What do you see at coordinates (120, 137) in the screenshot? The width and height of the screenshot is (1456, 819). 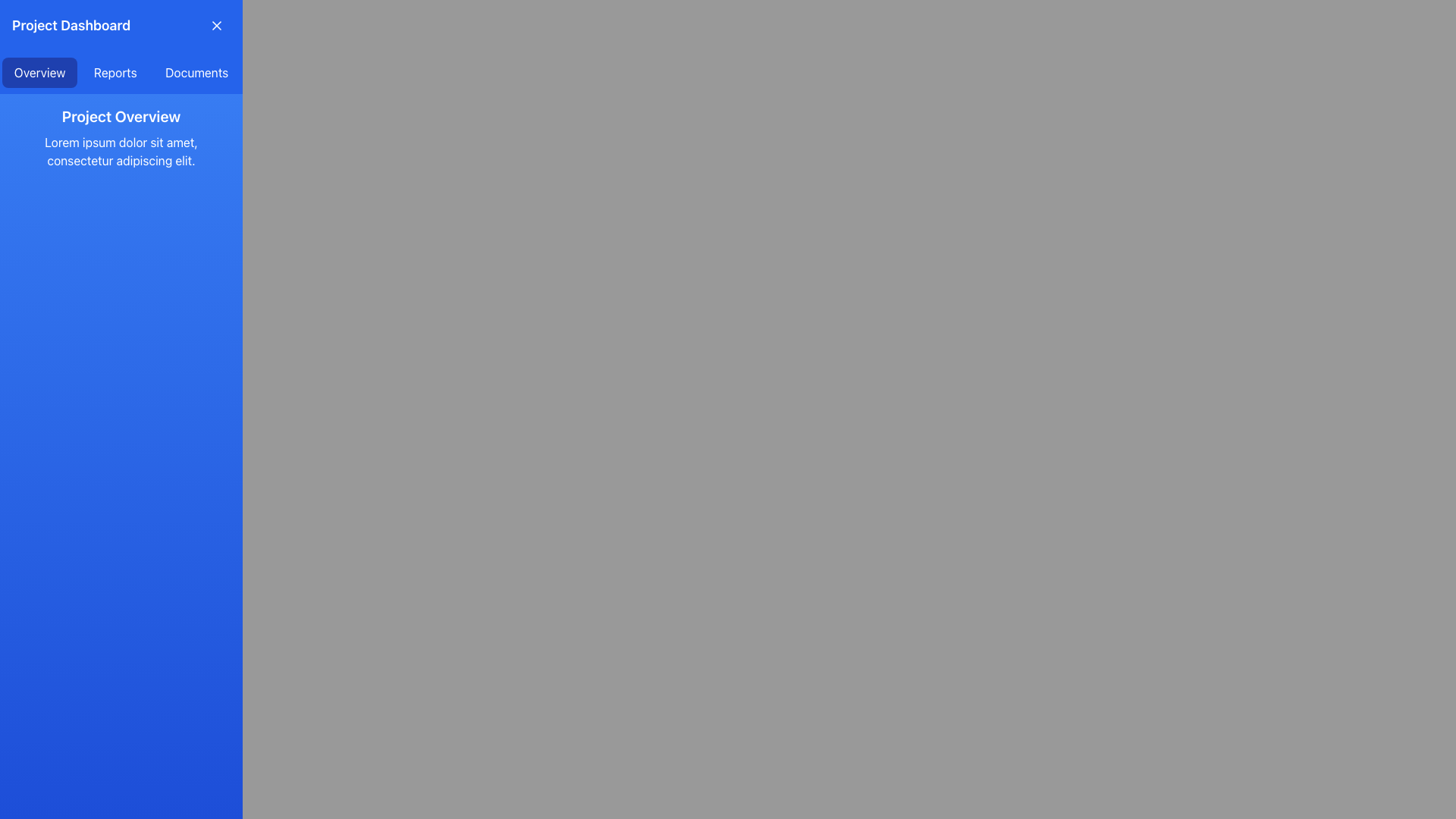 I see `the 'Project Overview' text block, which features a bold title and a paragraph of placeholder text, located directly beneath the sidebar menu tabs` at bounding box center [120, 137].